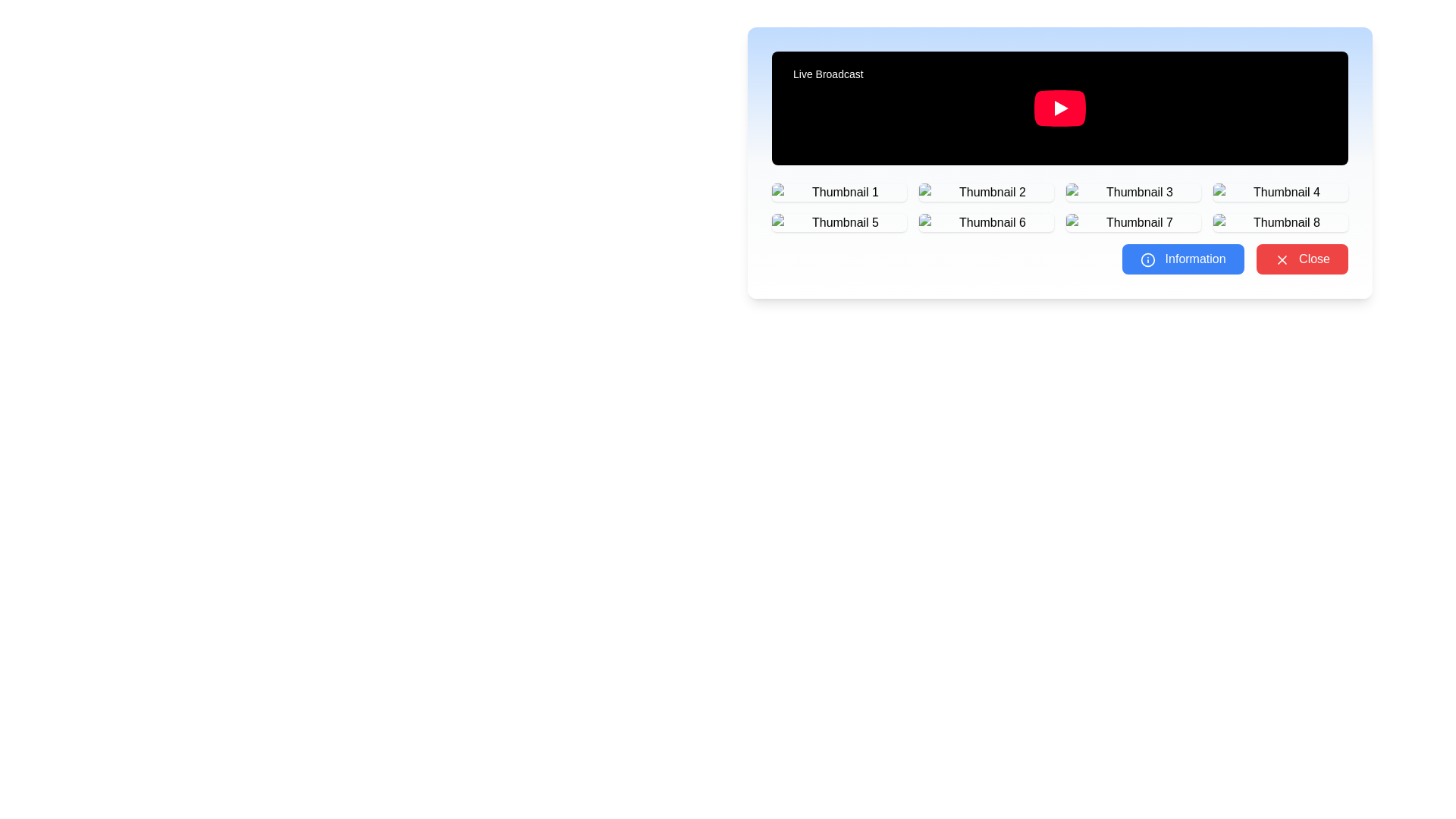 This screenshot has width=1456, height=819. What do you see at coordinates (986, 222) in the screenshot?
I see `the SVG Circle that serves as the background for the play button icon adjacent to 'Thumbnail 6'` at bounding box center [986, 222].